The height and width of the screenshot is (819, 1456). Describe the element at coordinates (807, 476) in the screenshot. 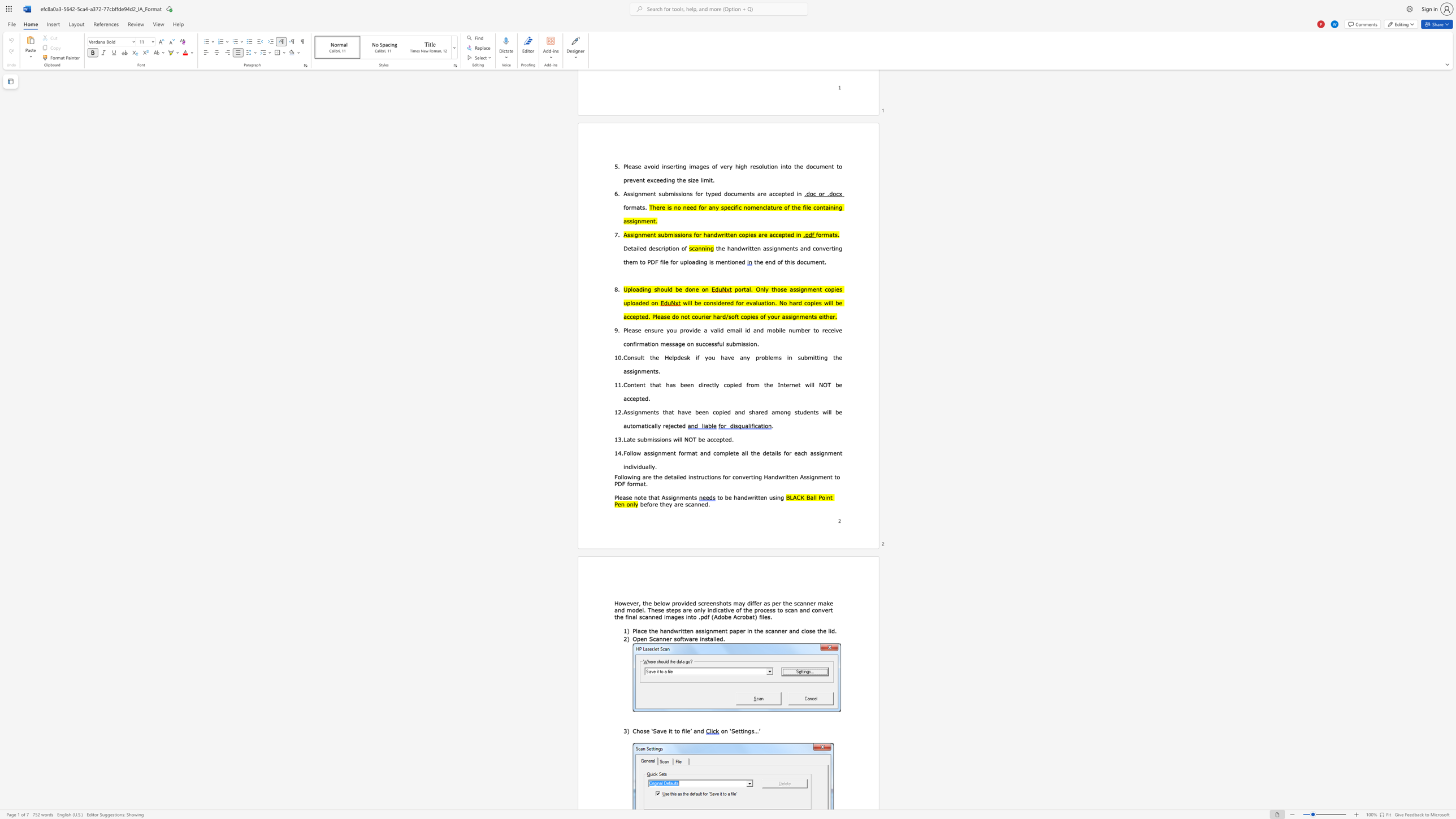

I see `the subset text "signment" within the text "Handwritten Assignment"` at that location.